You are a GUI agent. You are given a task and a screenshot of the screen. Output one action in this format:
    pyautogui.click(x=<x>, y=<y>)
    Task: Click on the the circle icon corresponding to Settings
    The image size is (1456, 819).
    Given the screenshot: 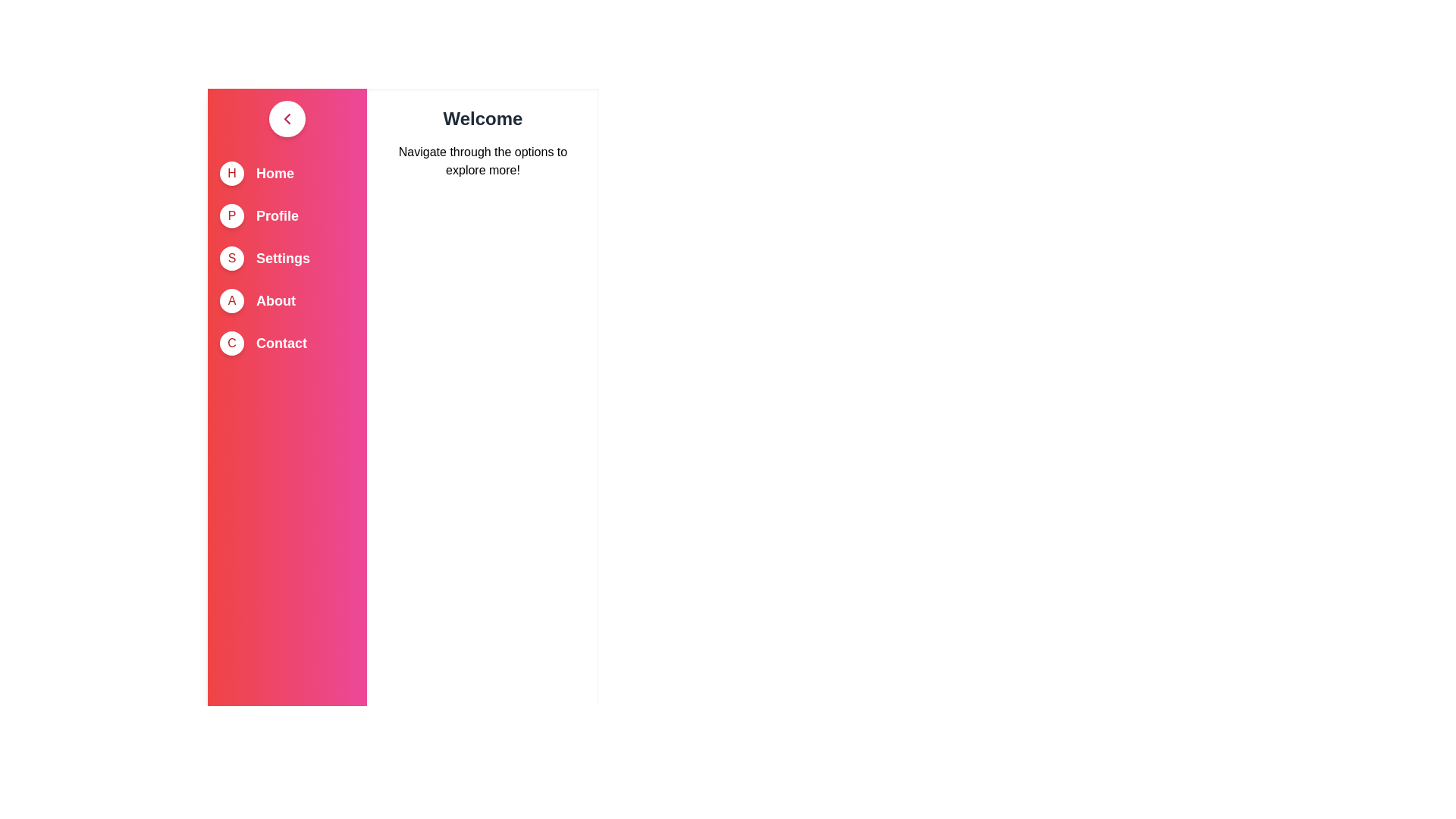 What is the action you would take?
    pyautogui.click(x=231, y=257)
    